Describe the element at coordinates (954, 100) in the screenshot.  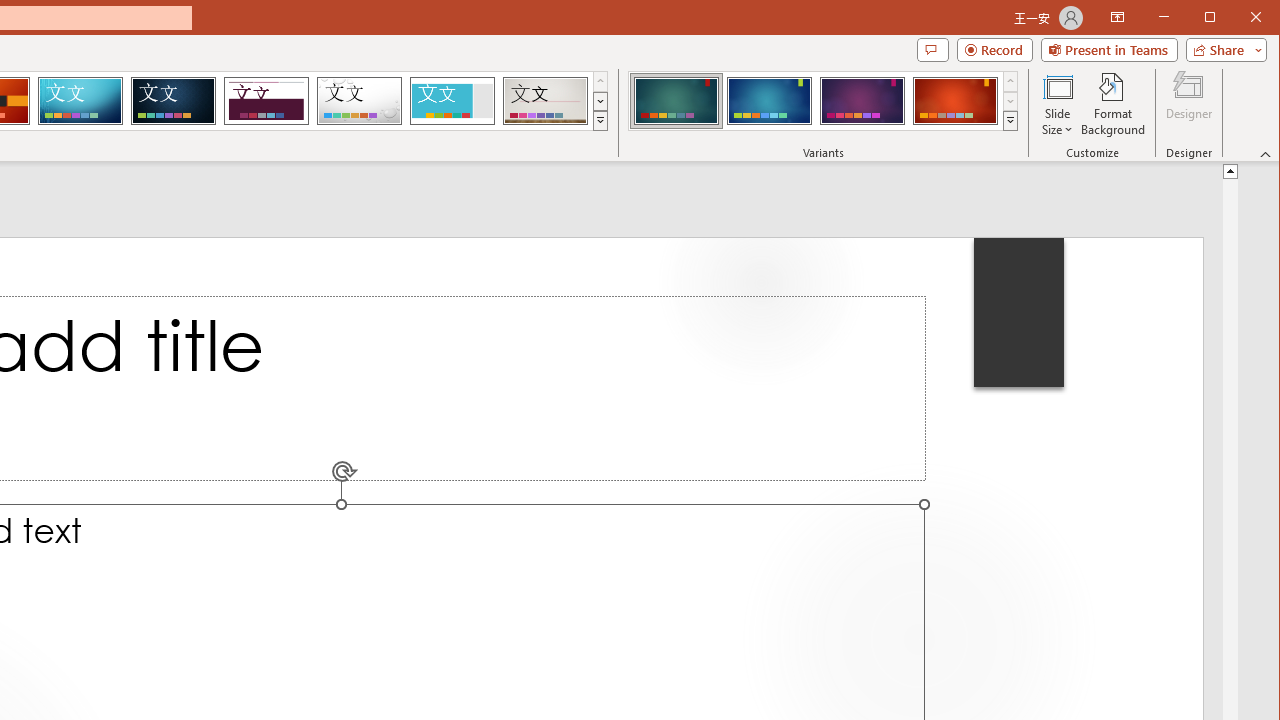
I see `'Ion Variant 4'` at that location.